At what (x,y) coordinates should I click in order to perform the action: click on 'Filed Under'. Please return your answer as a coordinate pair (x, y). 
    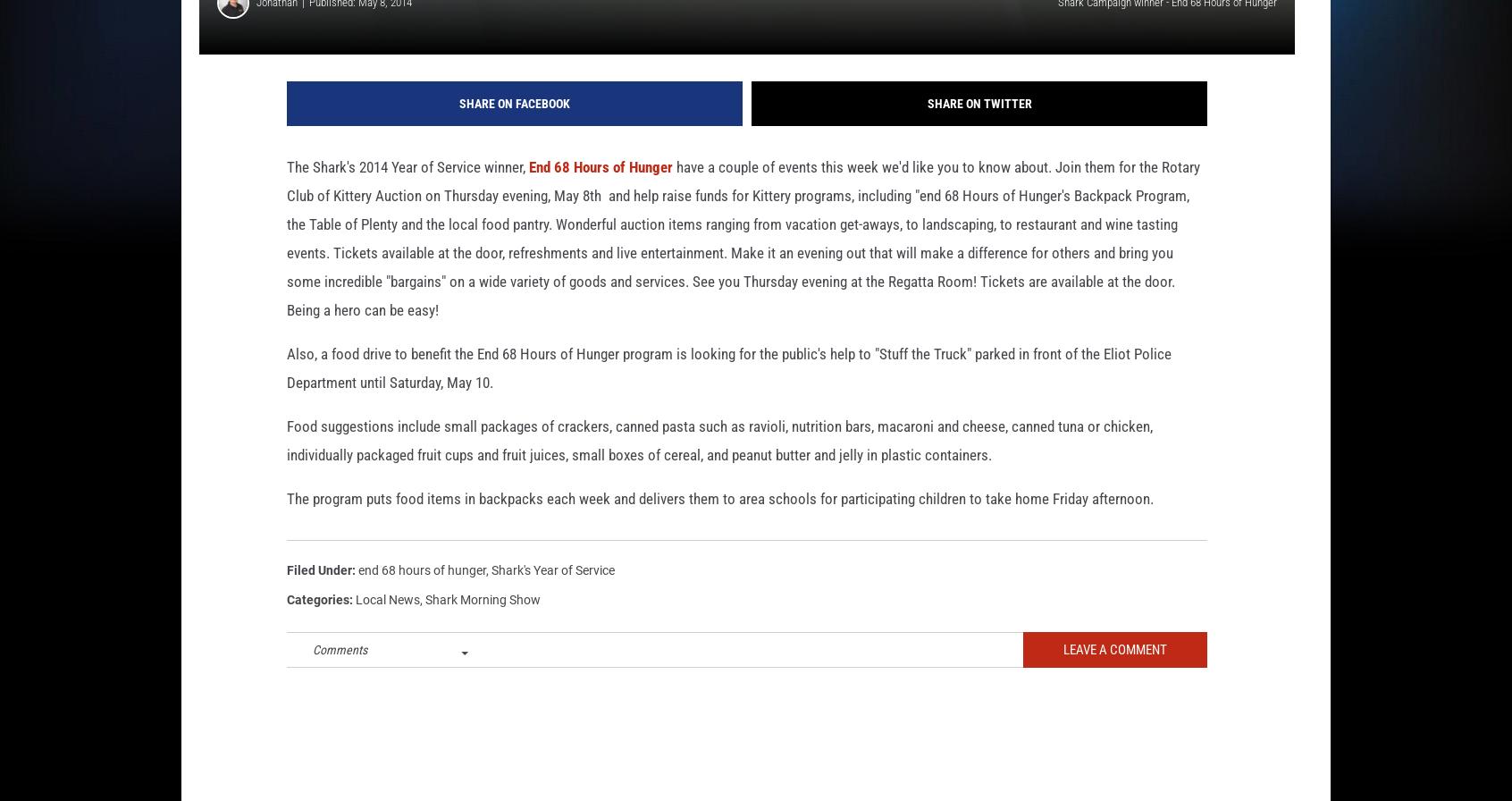
    Looking at the image, I should click on (319, 599).